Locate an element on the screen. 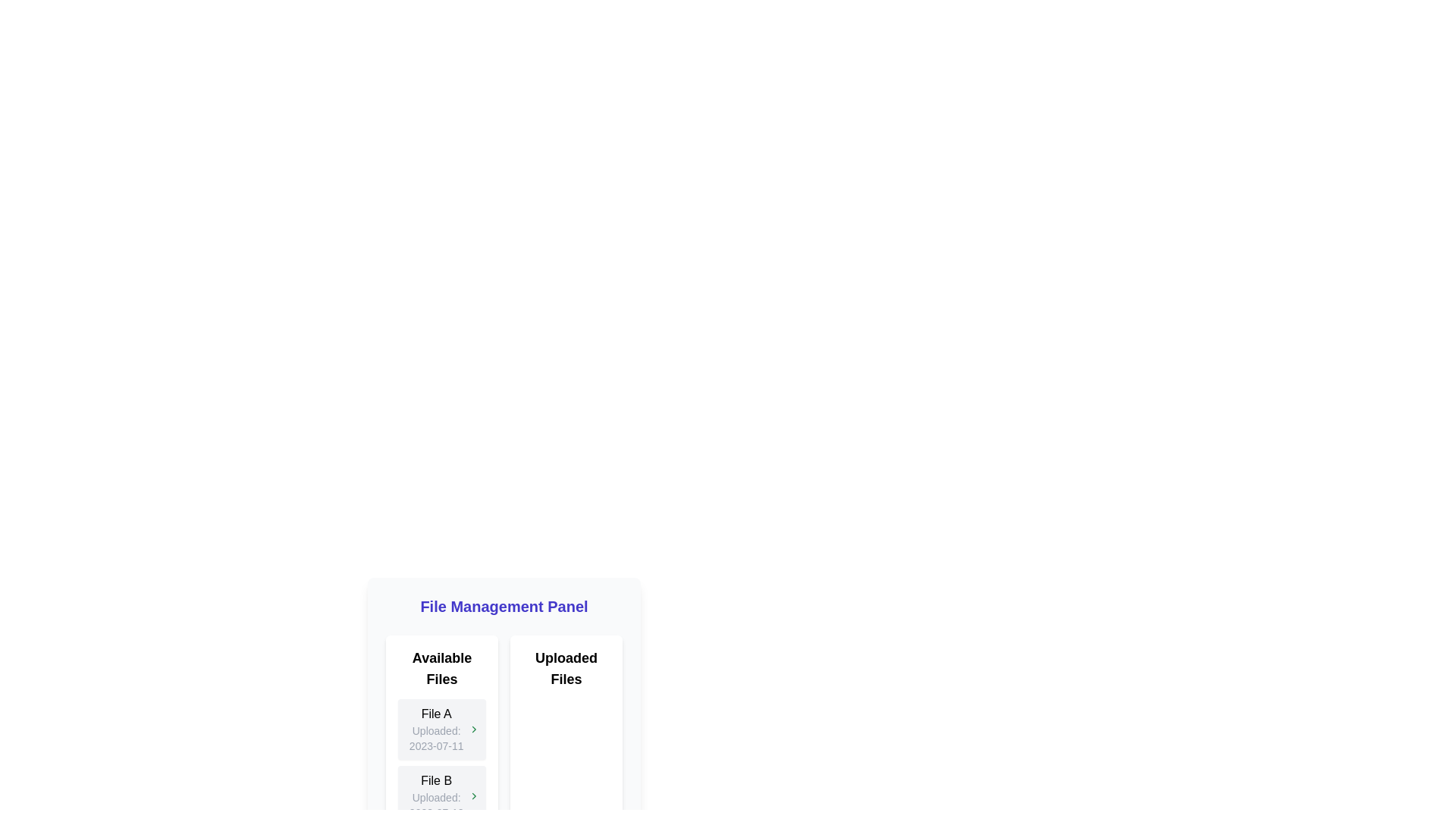 The height and width of the screenshot is (819, 1456). the text label representing 'File A' is located at coordinates (435, 714).